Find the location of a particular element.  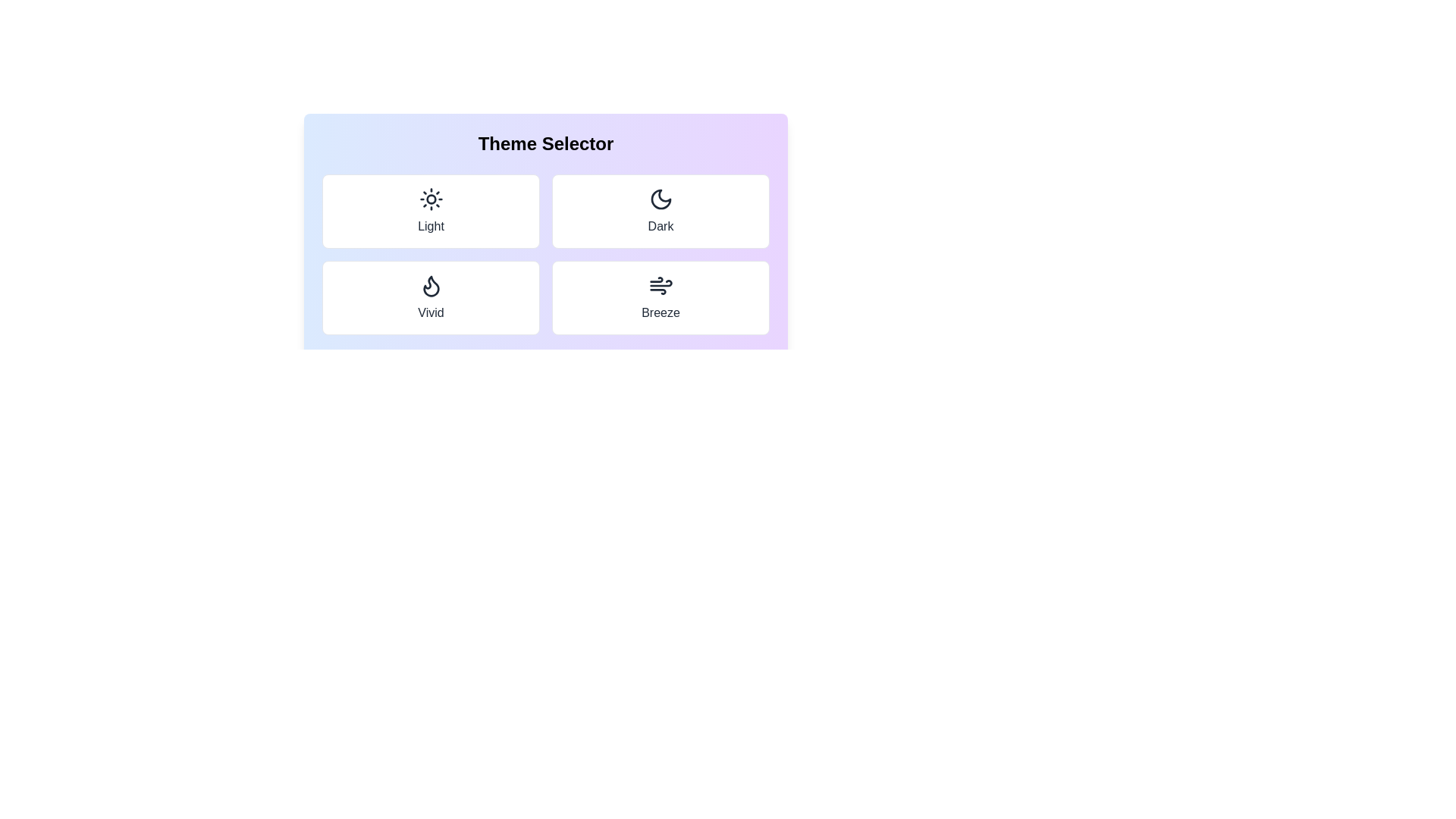

the theme Light by clicking its corresponding tile is located at coordinates (430, 211).